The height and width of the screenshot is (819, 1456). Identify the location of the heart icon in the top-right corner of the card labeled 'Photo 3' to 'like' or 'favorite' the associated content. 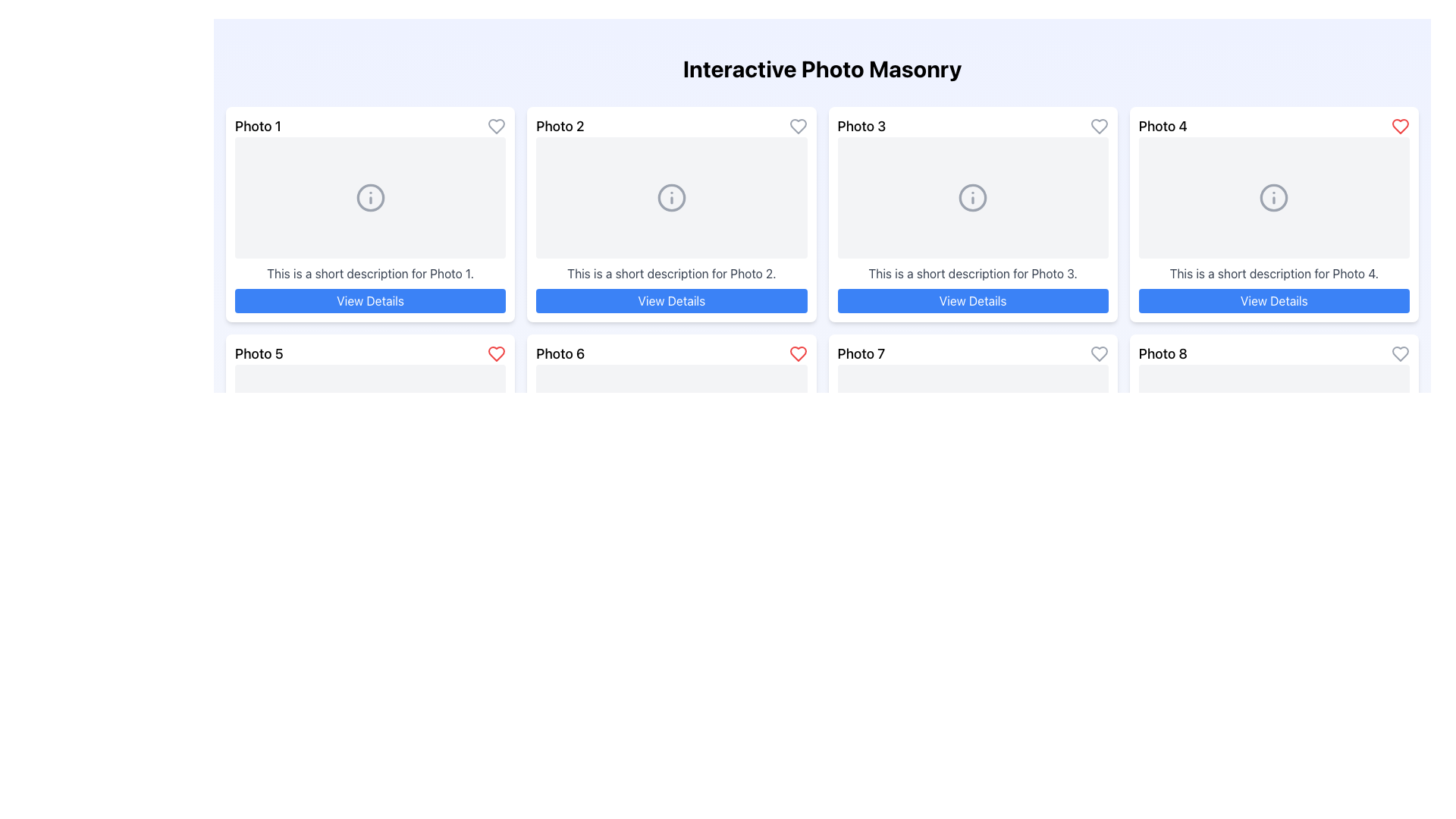
(1099, 125).